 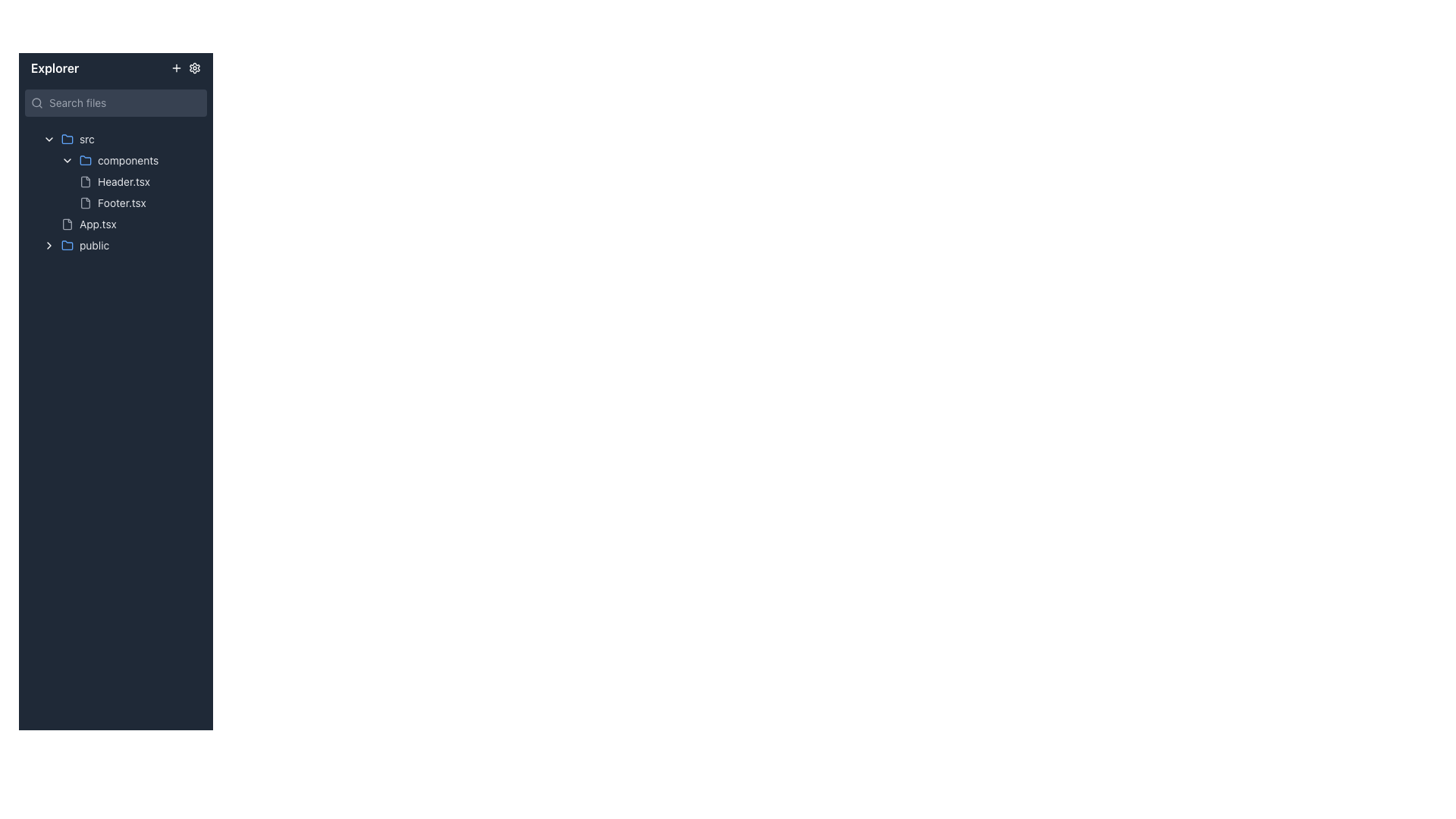 I want to click on the text label for the file 'Header.tsx' in the file explorer, so click(x=130, y=180).